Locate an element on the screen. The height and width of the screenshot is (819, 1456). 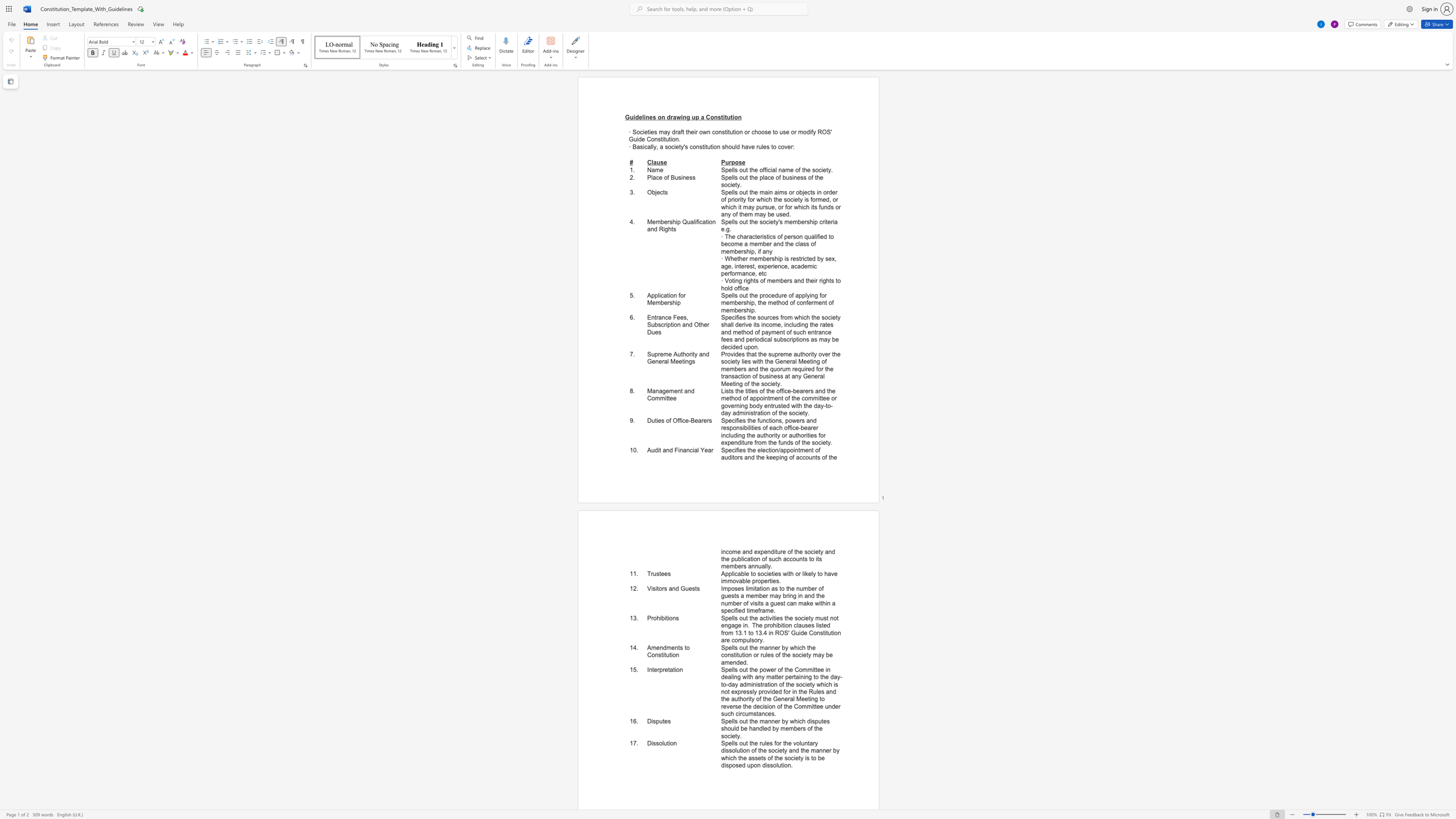
the subset text "election/appointme" within the text "Specifies the election/appointment of auditors and the keeping of accounts of the" is located at coordinates (757, 450).